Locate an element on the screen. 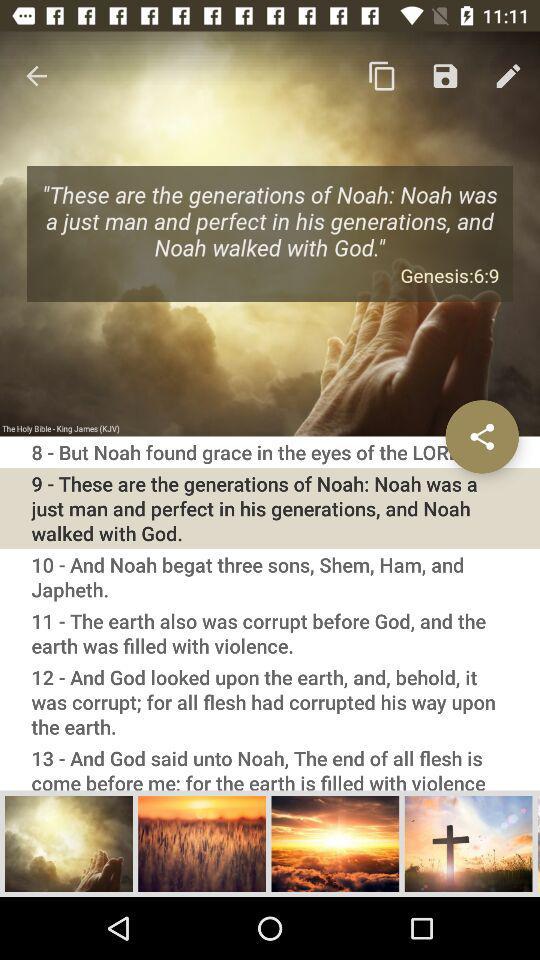 Image resolution: width=540 pixels, height=960 pixels. item at the bottom left corner is located at coordinates (68, 842).